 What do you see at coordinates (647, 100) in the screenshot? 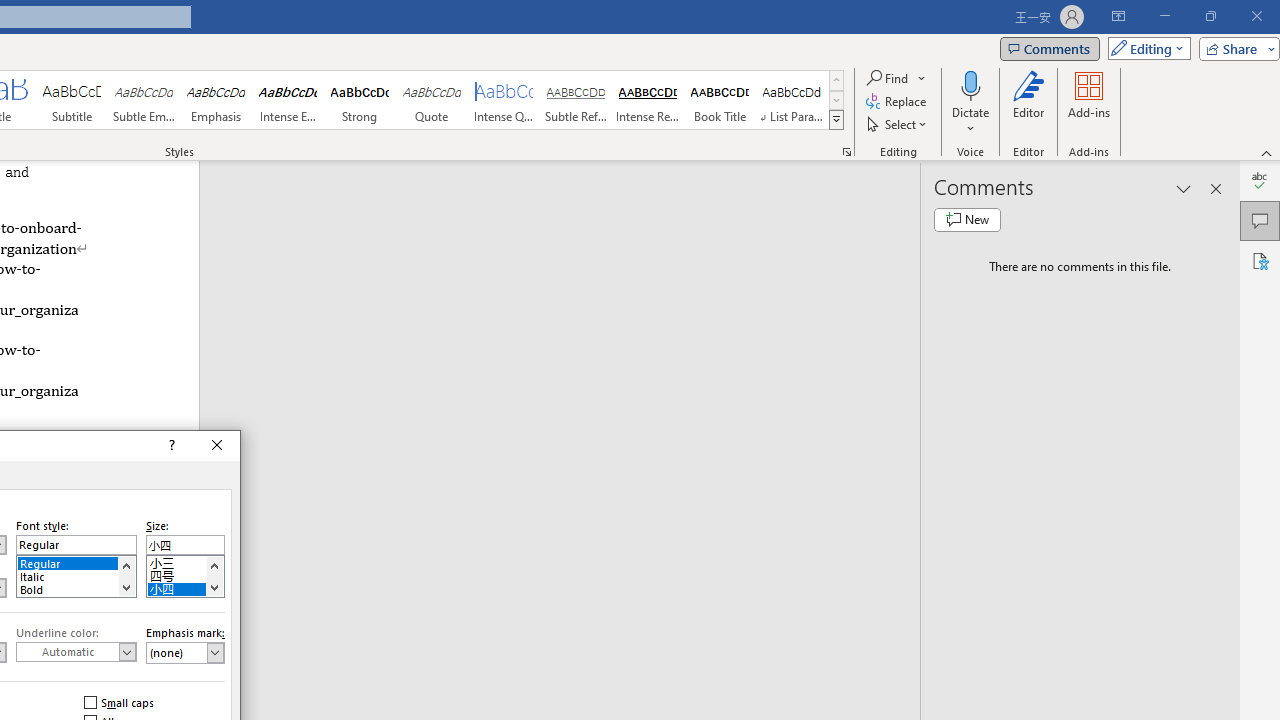
I see `'Intense Reference'` at bounding box center [647, 100].